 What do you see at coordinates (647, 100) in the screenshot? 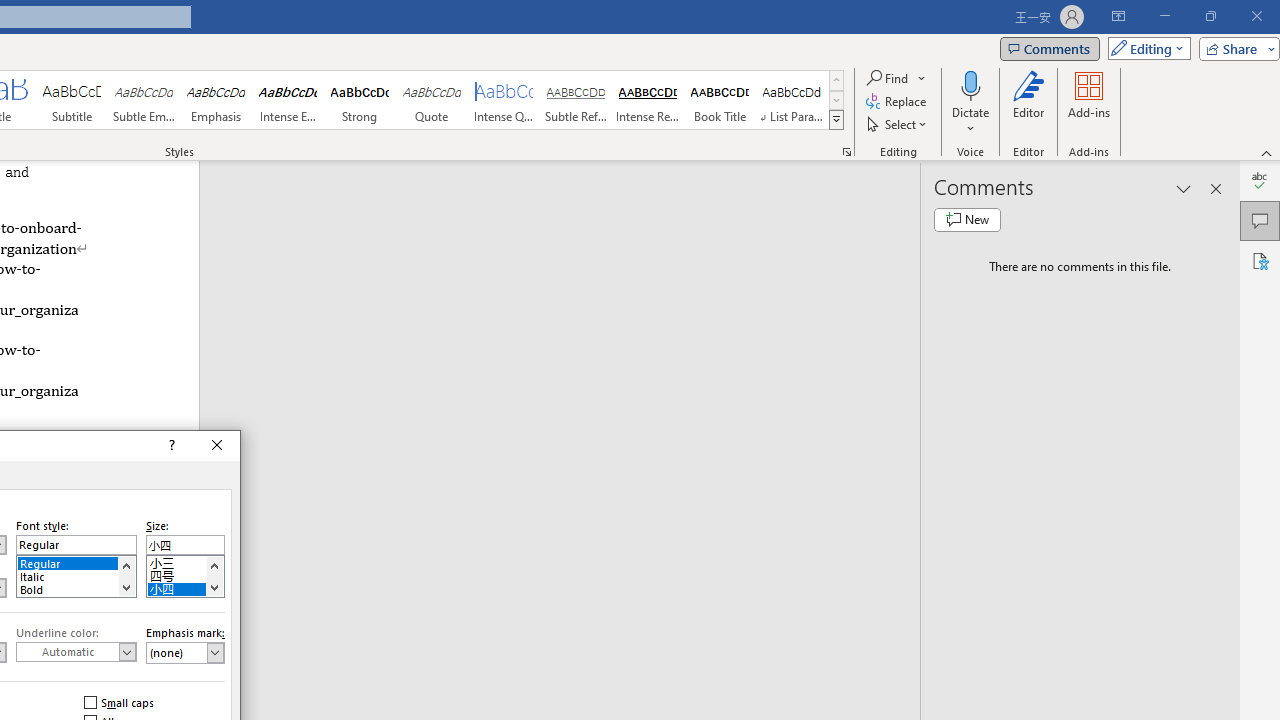
I see `'Intense Reference'` at bounding box center [647, 100].